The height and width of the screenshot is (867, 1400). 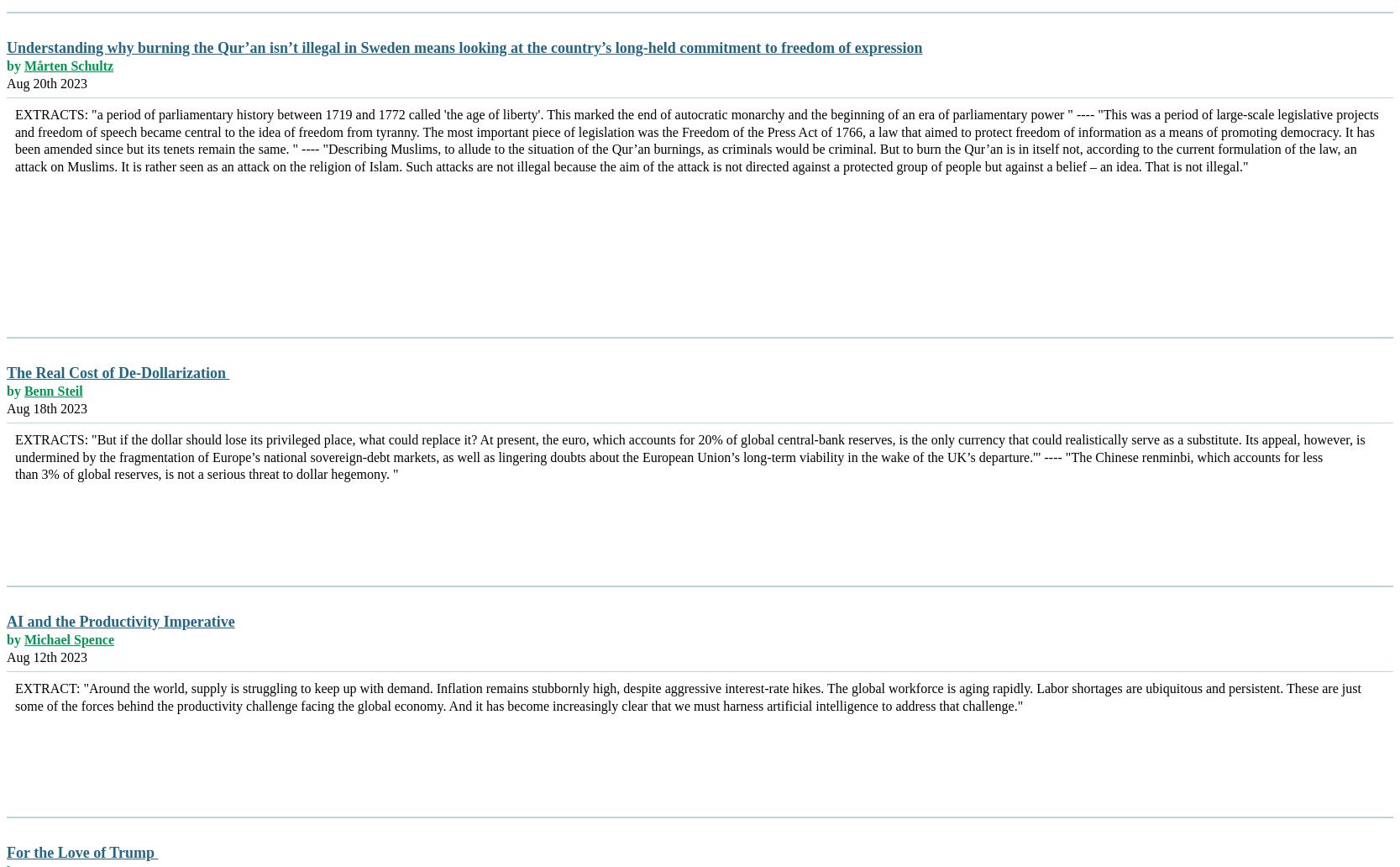 What do you see at coordinates (120, 620) in the screenshot?
I see `'AI and the Productivity Imperative'` at bounding box center [120, 620].